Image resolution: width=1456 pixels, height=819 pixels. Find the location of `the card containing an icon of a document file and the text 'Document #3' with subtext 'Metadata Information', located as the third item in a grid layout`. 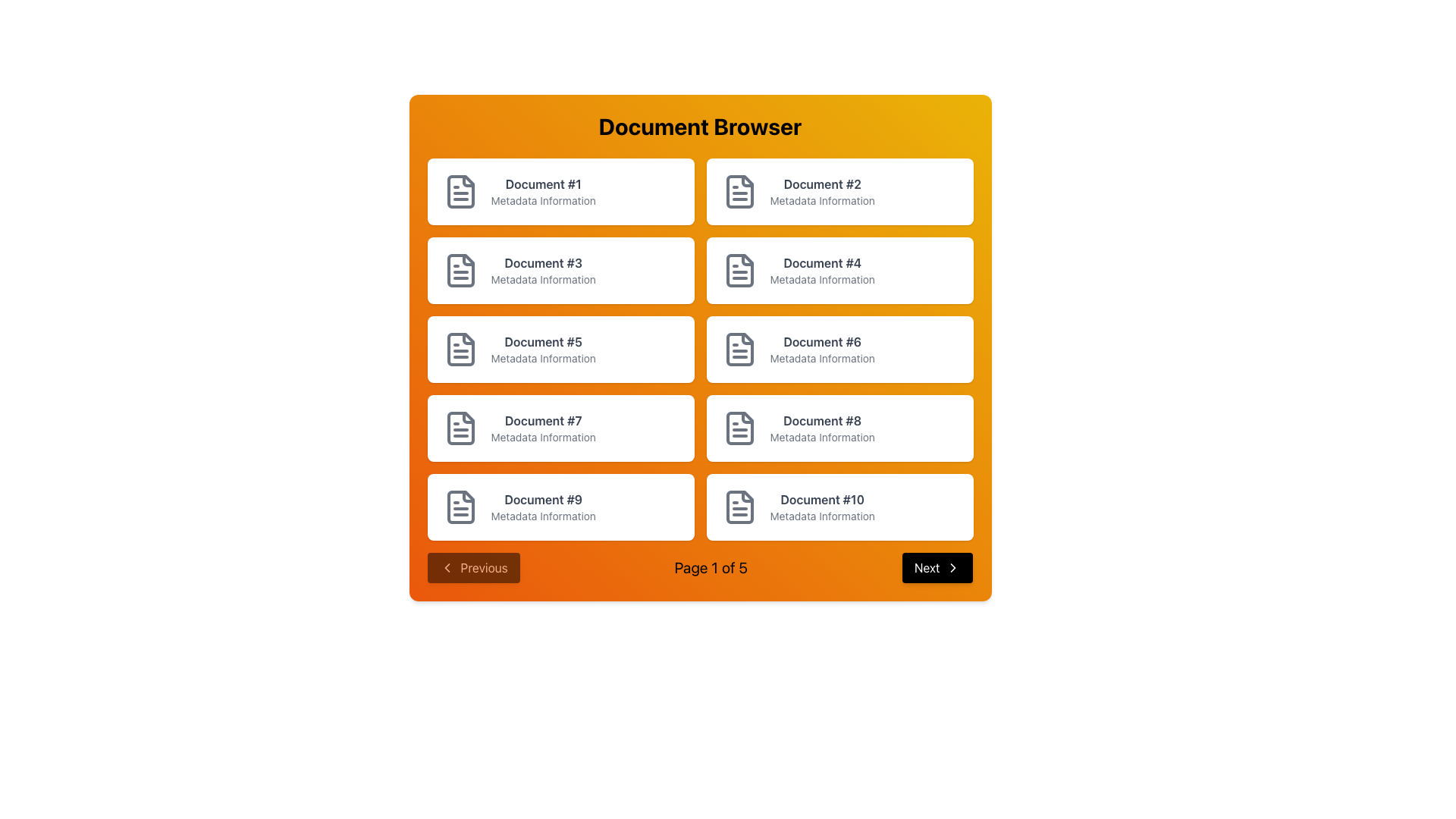

the card containing an icon of a document file and the text 'Document #3' with subtext 'Metadata Information', located as the third item in a grid layout is located at coordinates (560, 270).